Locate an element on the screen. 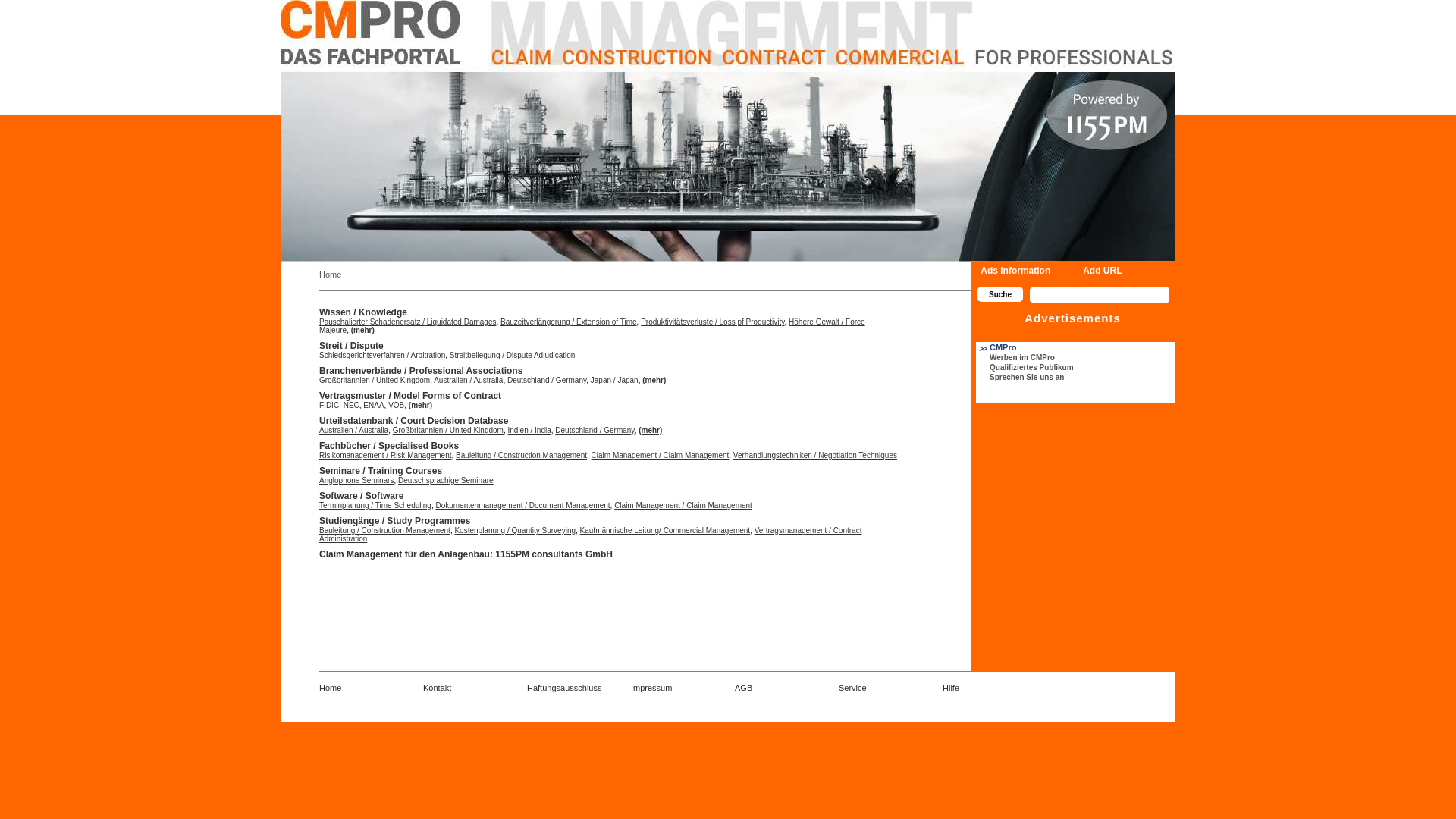 This screenshot has height=819, width=1456. 'Hilfe' is located at coordinates (942, 687).